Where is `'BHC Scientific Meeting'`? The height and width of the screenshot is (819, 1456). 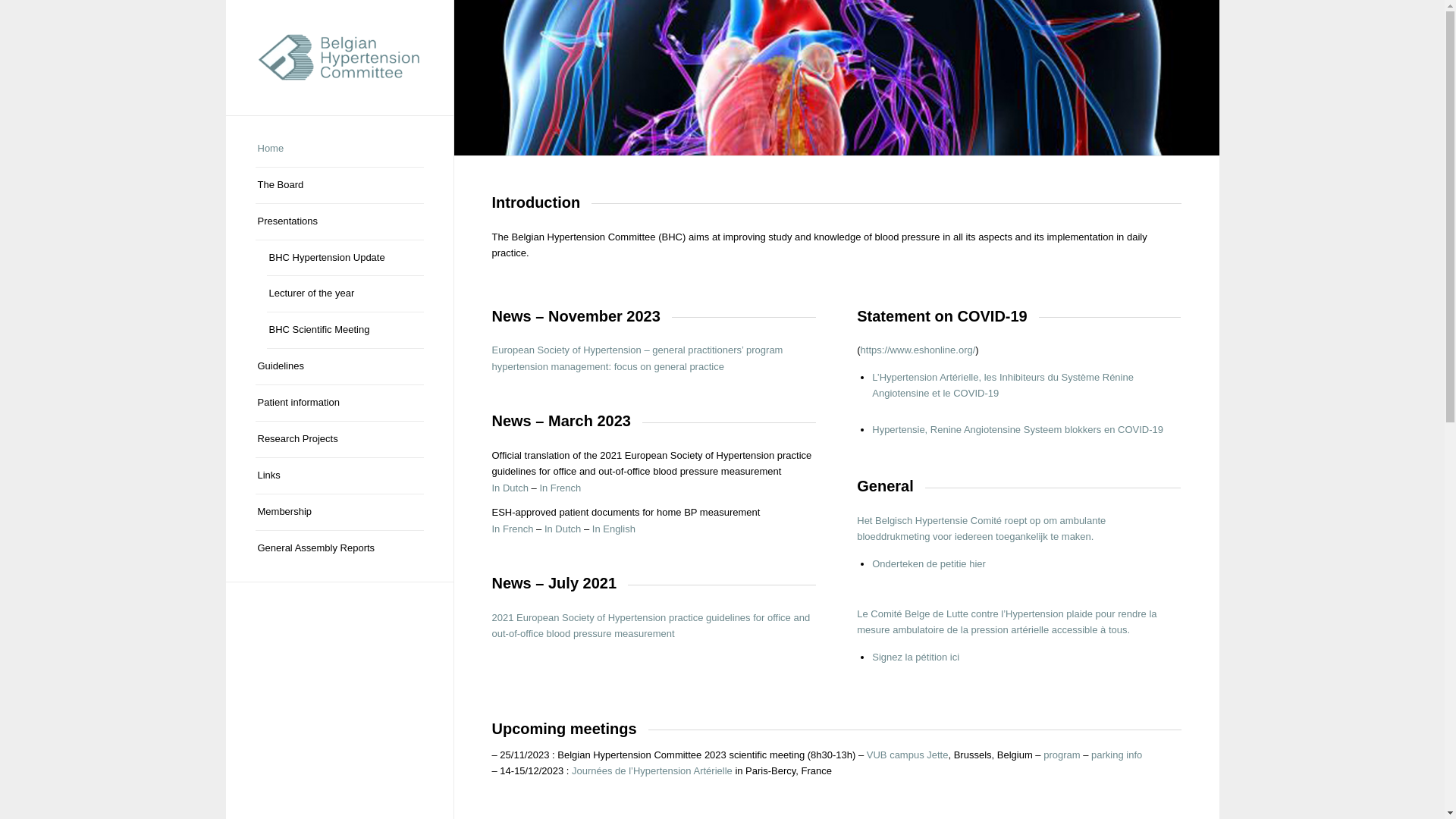
'BHC Scientific Meeting' is located at coordinates (344, 329).